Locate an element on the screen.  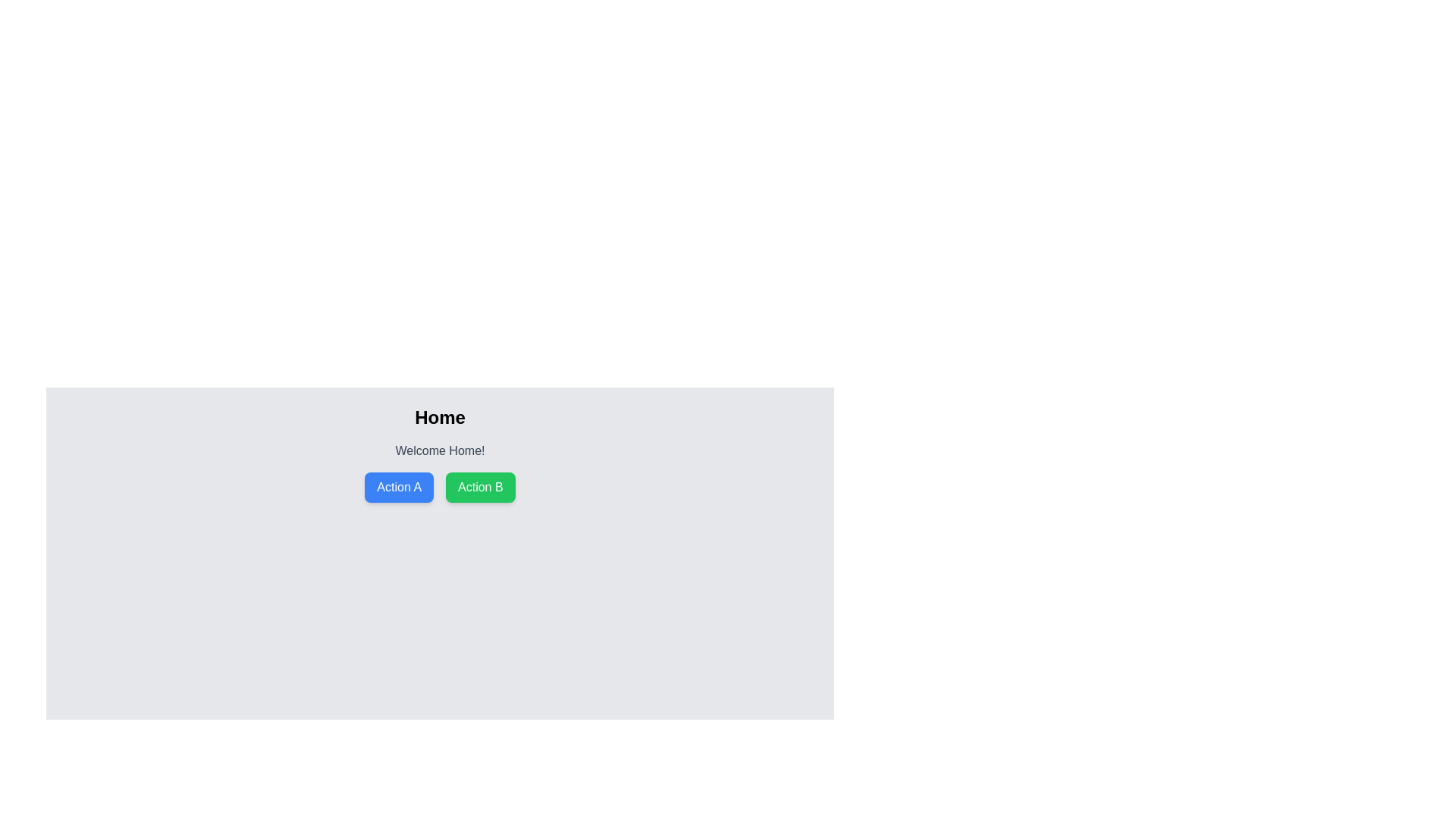
the blue button labeled 'Action A' with white text and rounded corners is located at coordinates (399, 488).